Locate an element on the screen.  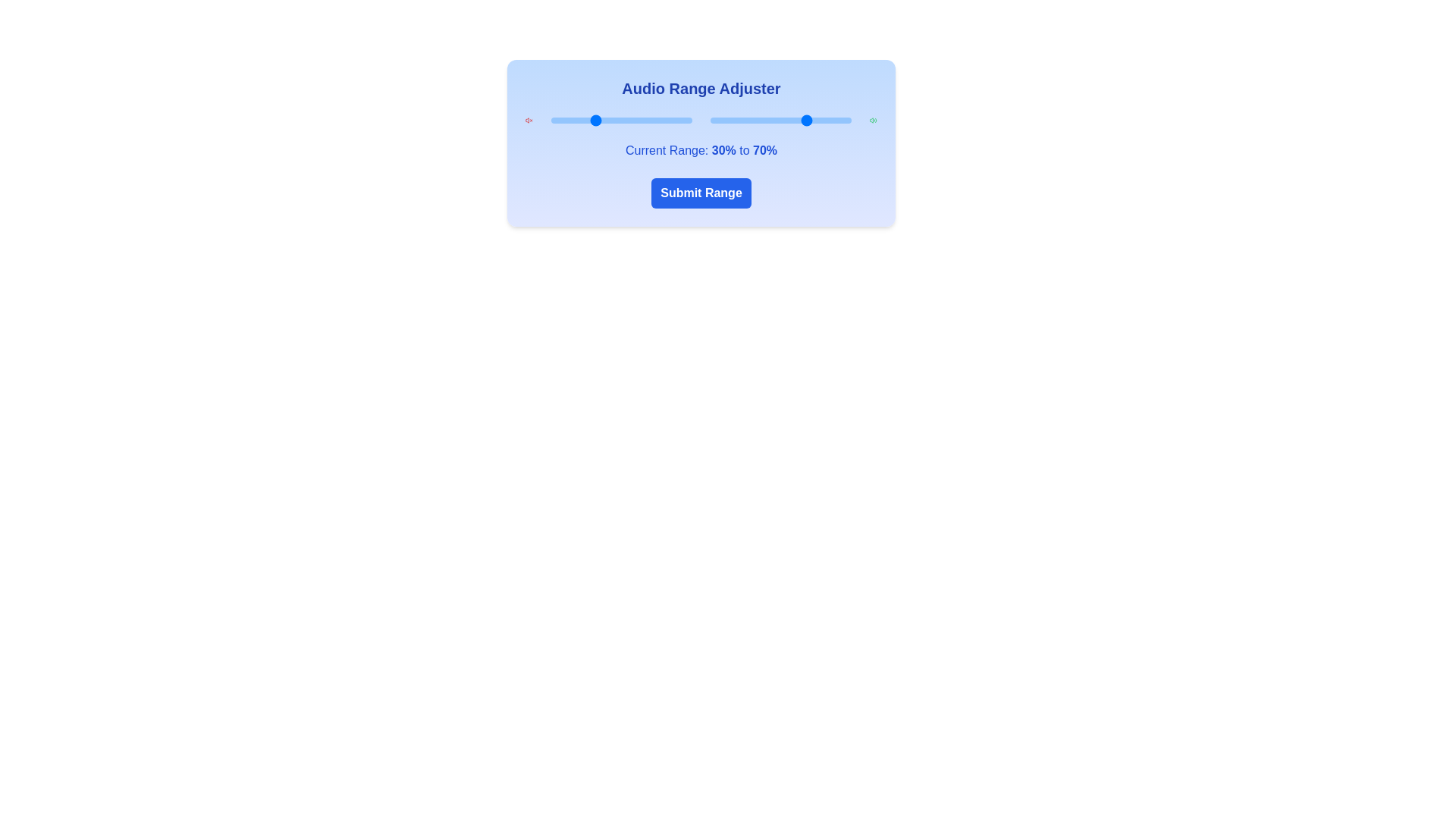
the slider is located at coordinates (682, 119).